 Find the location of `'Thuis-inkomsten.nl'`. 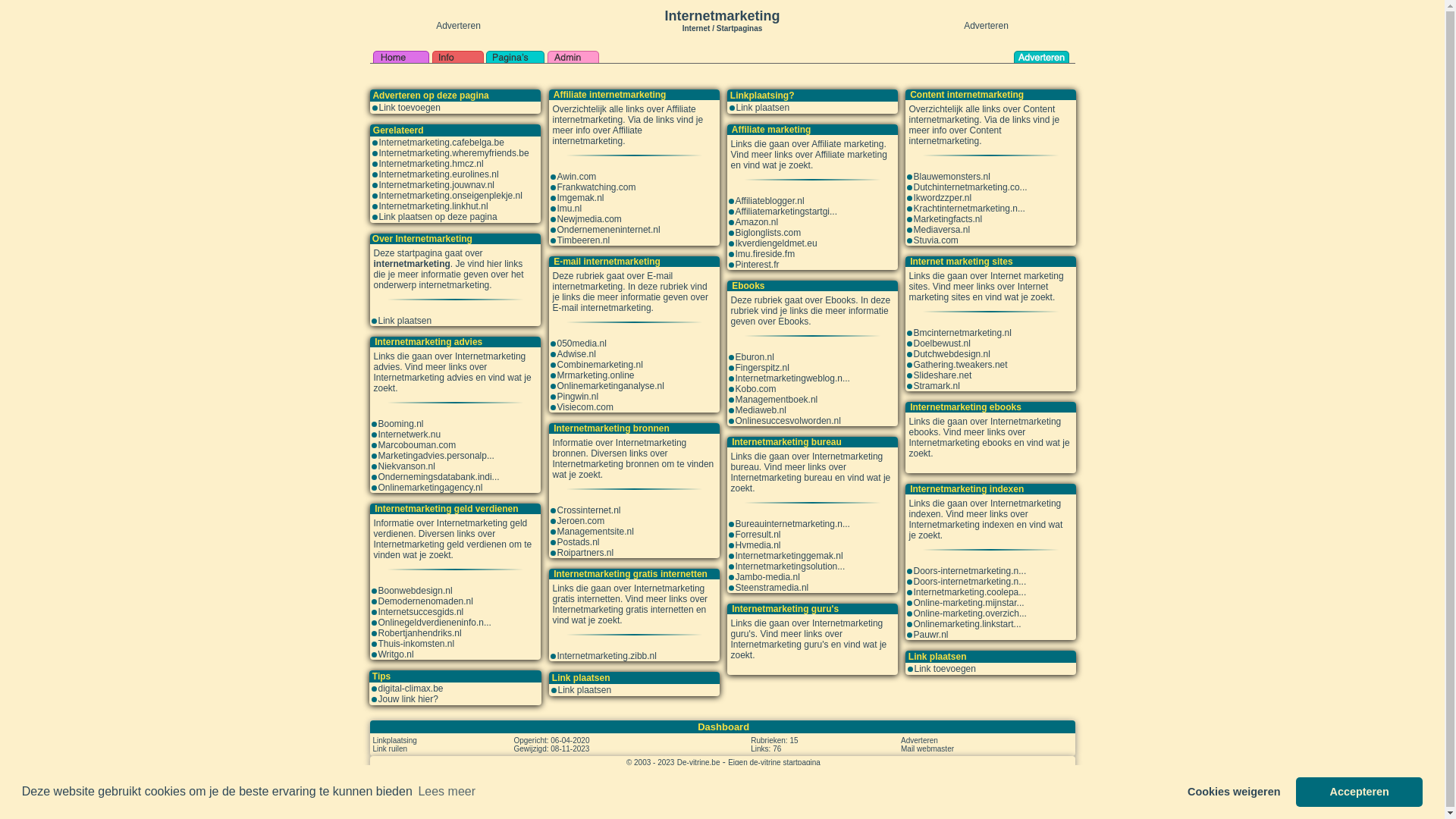

'Thuis-inkomsten.nl' is located at coordinates (416, 643).